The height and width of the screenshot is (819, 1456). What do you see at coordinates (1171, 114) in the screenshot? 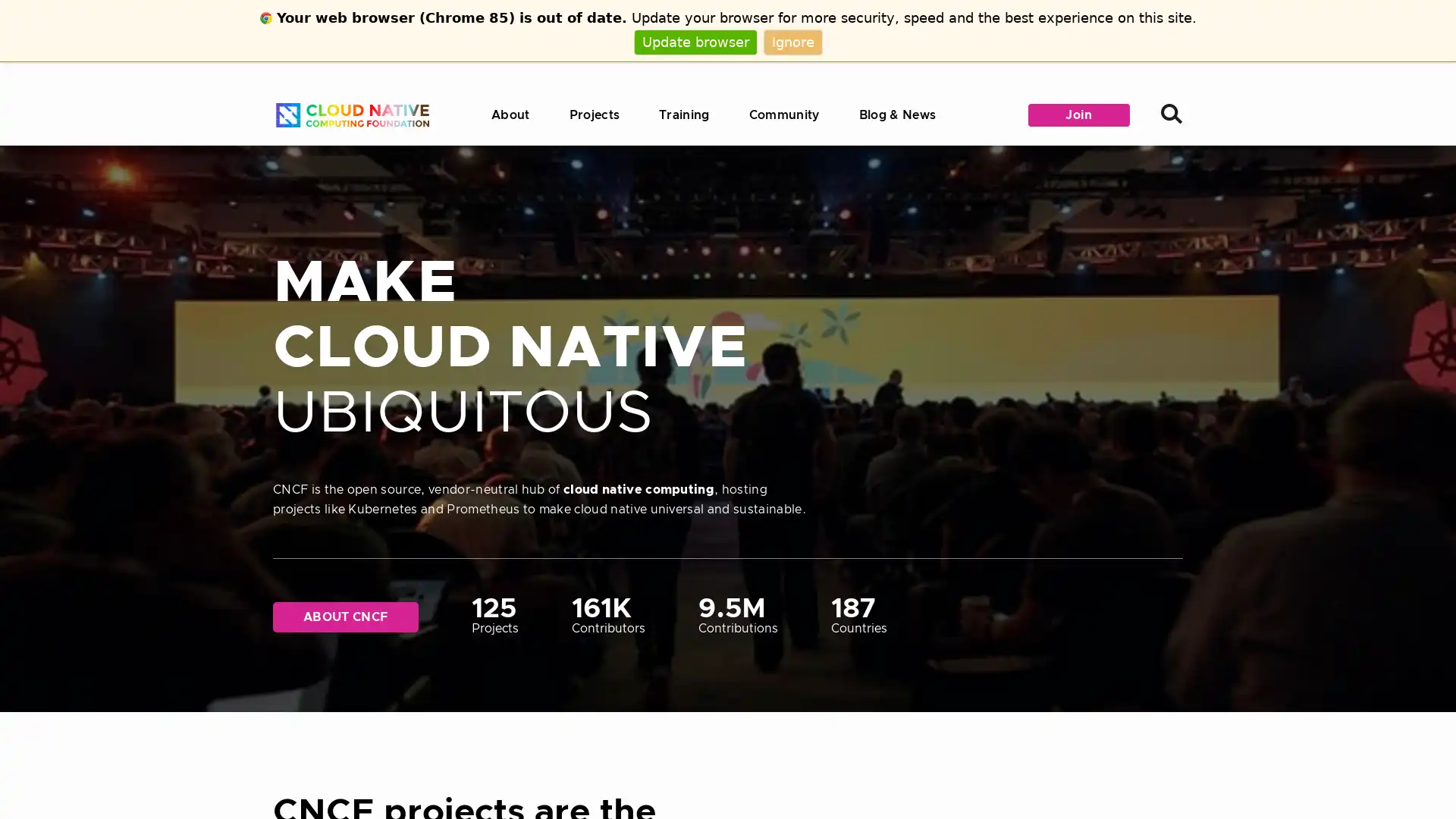
I see `Search` at bounding box center [1171, 114].